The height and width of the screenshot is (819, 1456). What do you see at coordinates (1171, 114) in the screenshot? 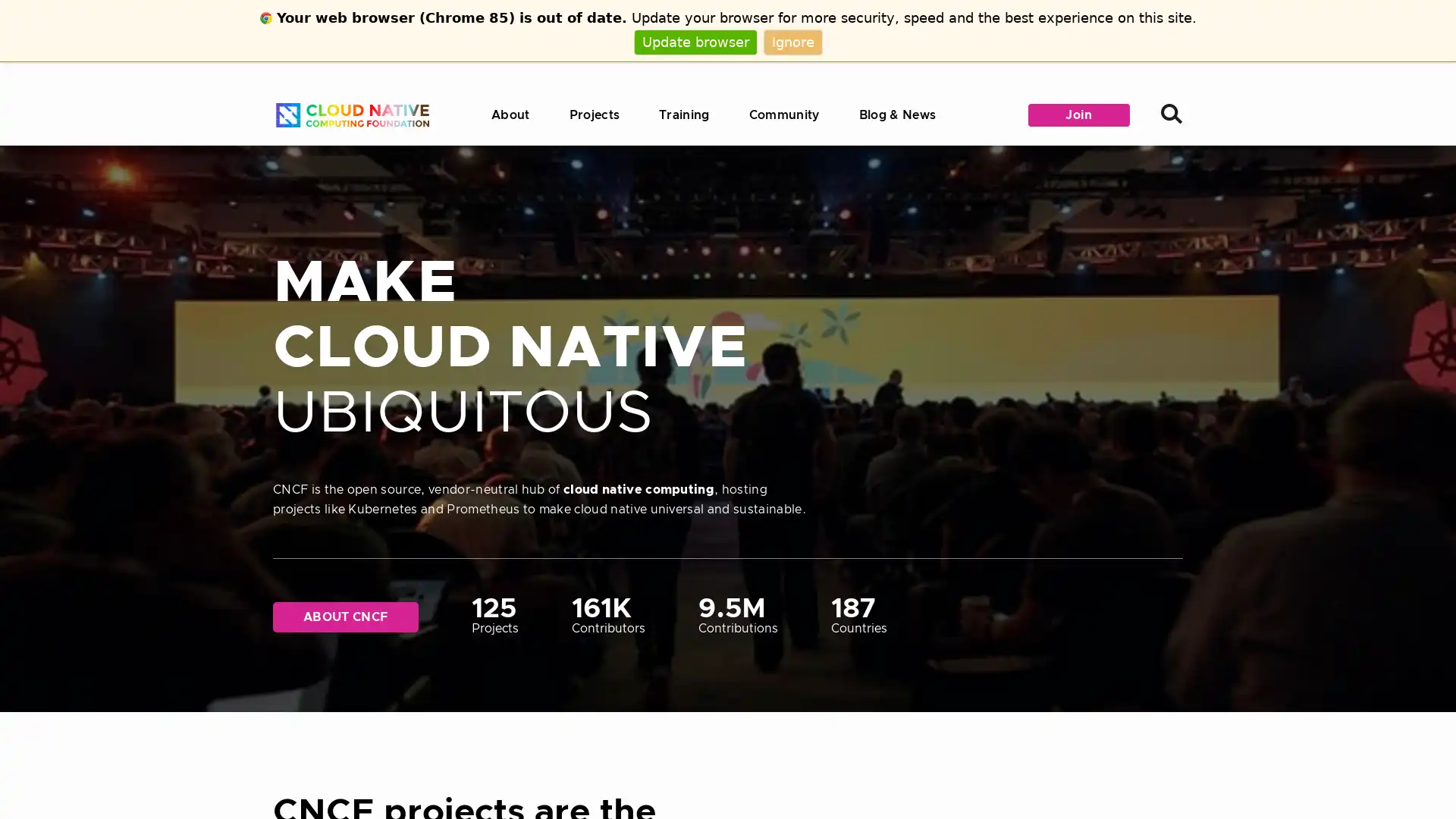
I see `Search` at bounding box center [1171, 114].